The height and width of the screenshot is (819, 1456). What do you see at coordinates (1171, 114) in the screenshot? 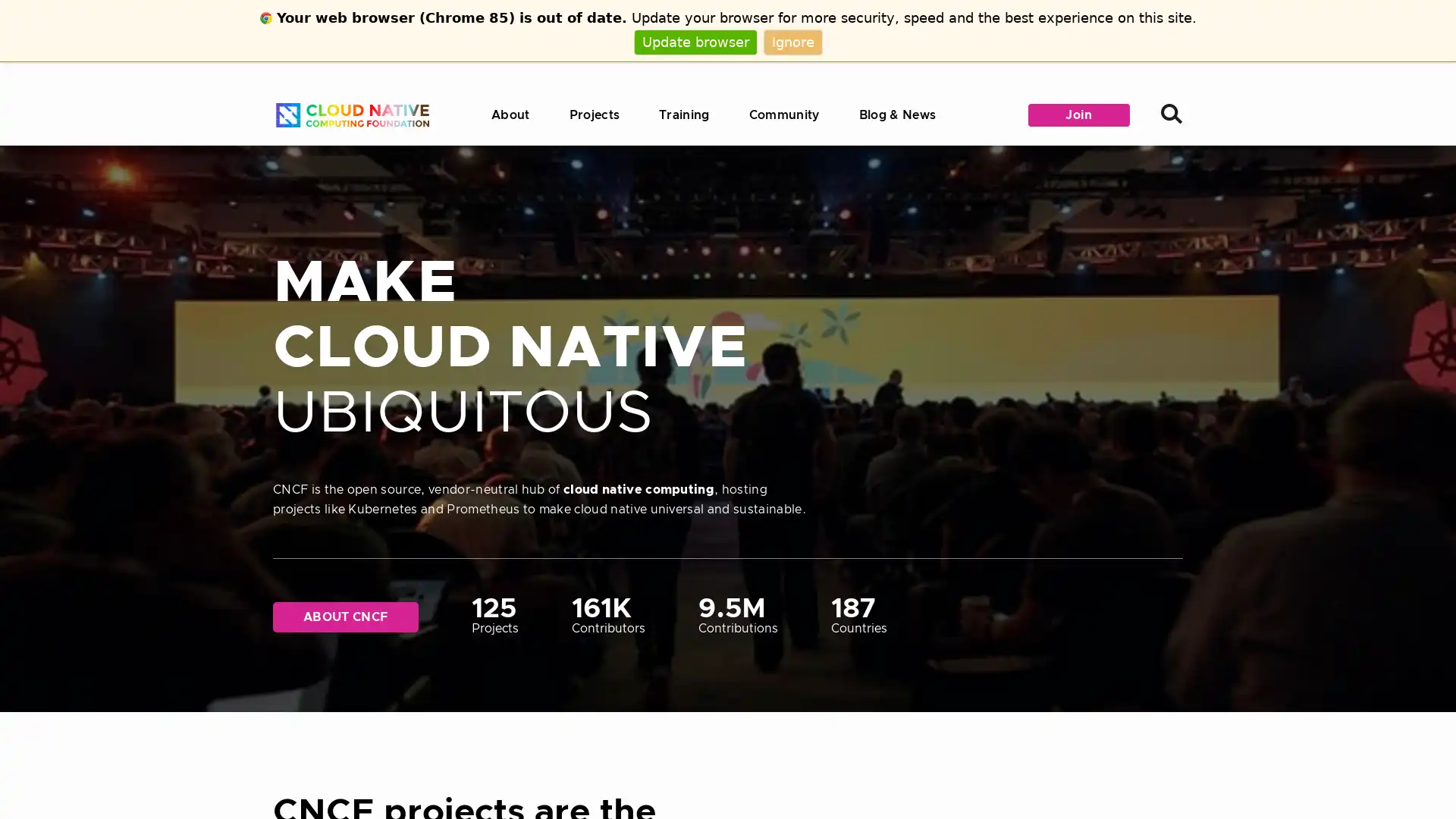
I see `Search` at bounding box center [1171, 114].